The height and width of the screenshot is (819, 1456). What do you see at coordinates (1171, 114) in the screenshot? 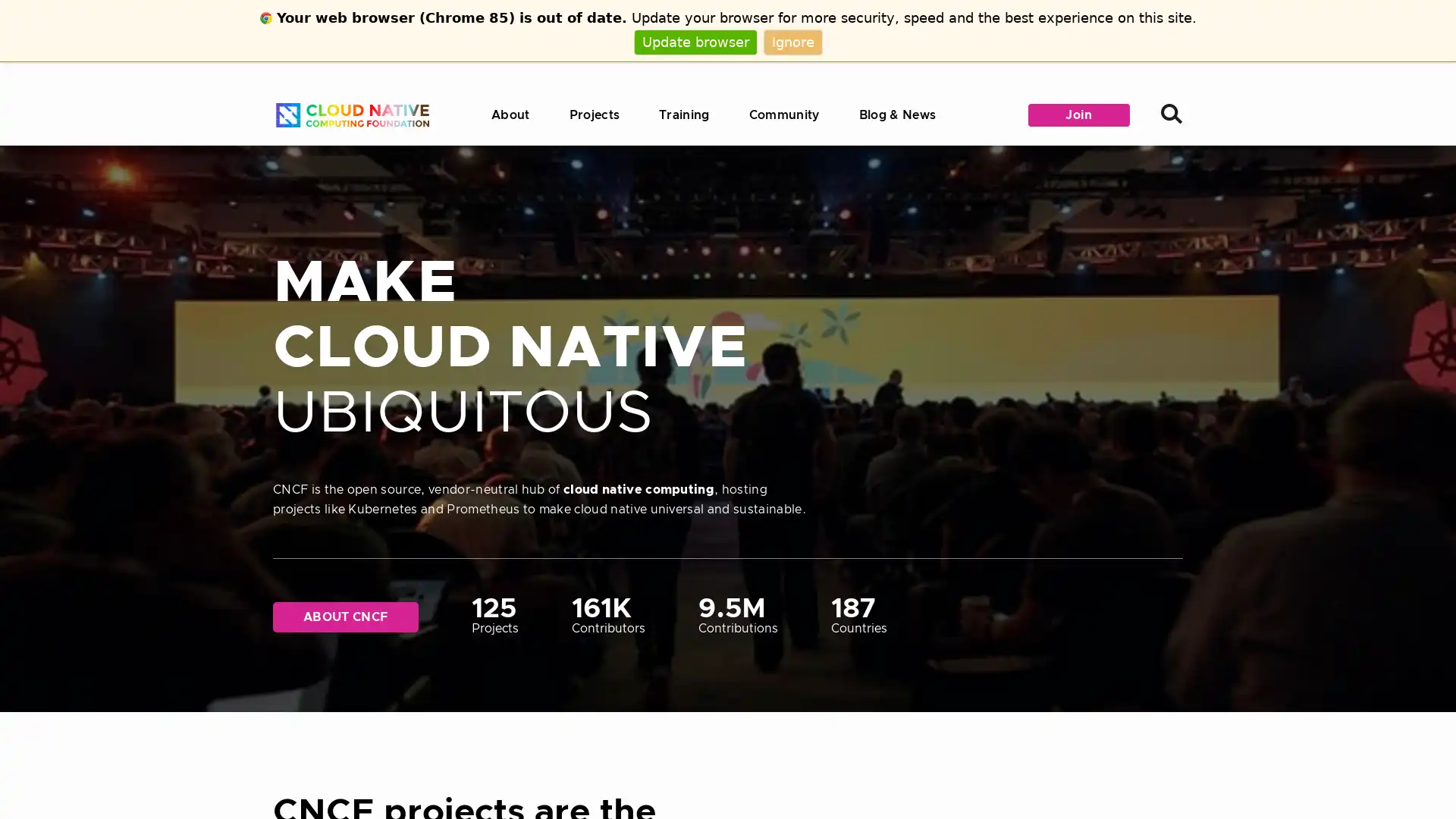
I see `Search` at bounding box center [1171, 114].